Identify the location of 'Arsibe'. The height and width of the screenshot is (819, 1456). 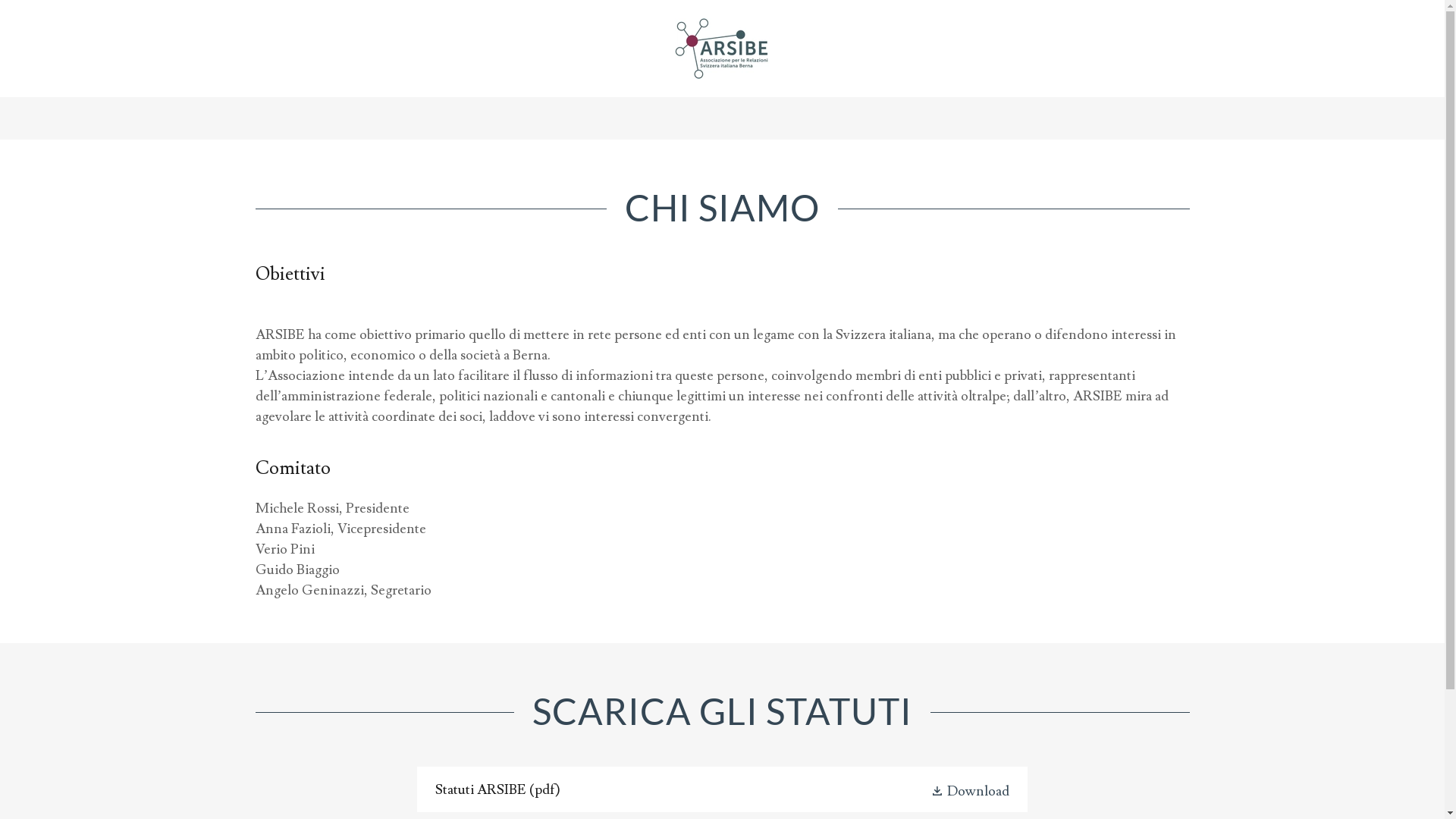
(721, 44).